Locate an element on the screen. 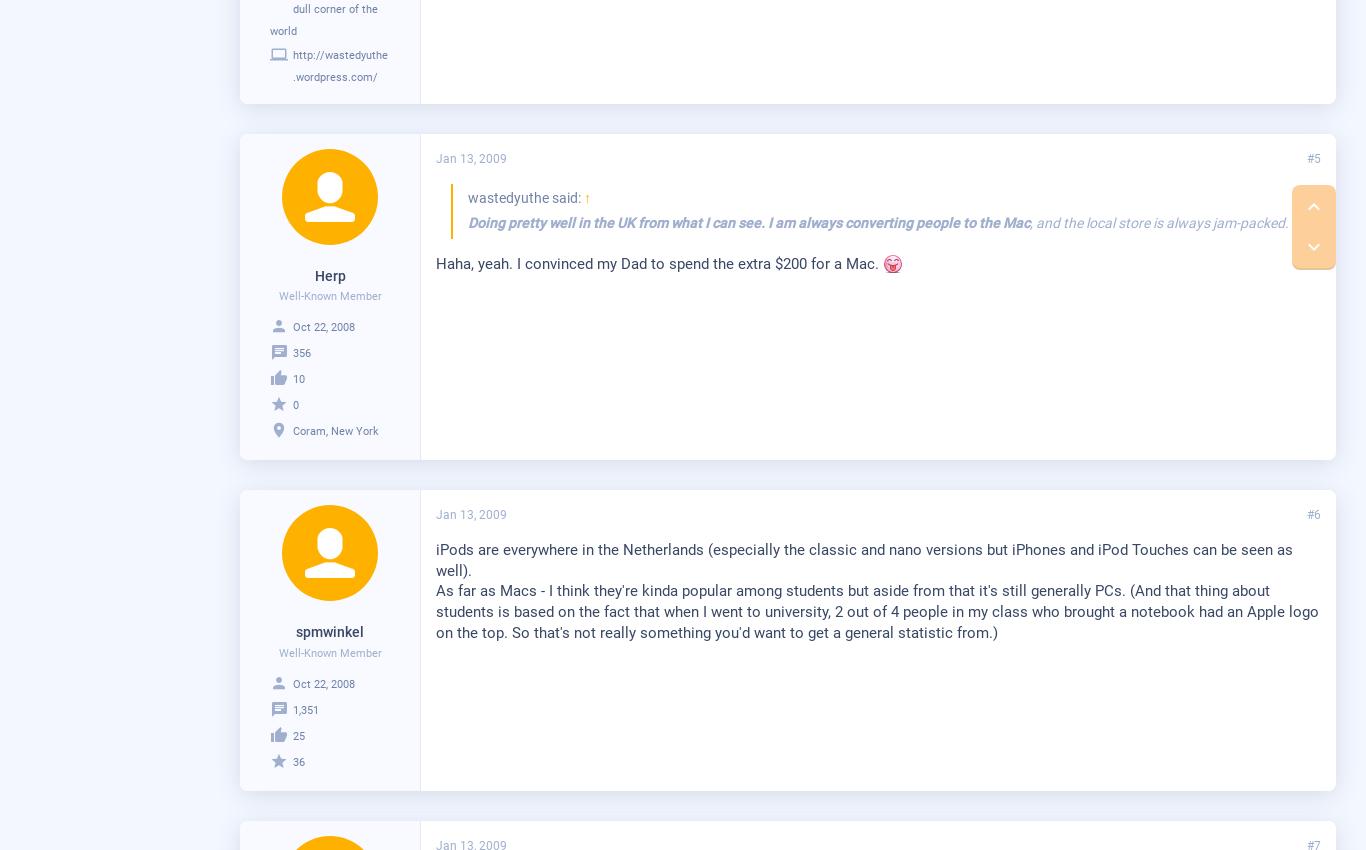 The width and height of the screenshot is (1366, 850). 'iPods are everywhere in the Netherlands (especially the classic and nano versions but iPhones and iPod Touches can be seen as well).' is located at coordinates (863, 559).